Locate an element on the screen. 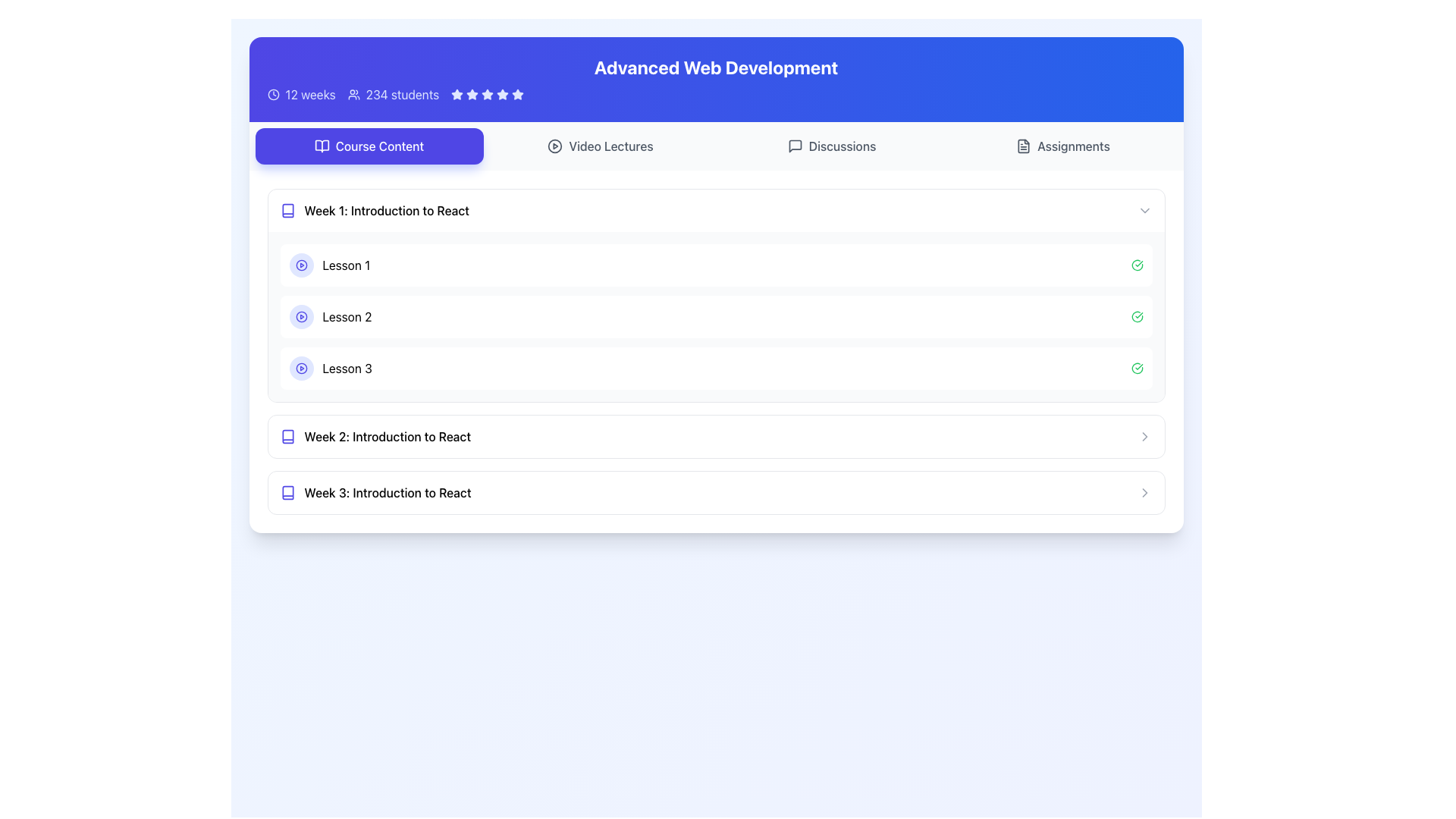 This screenshot has height=819, width=1456. the 'Assignments' label, which is styled with a medium font weight and located in the top-right corner of the interface, next to the 'Discussions' label and a document icon is located at coordinates (1073, 146).